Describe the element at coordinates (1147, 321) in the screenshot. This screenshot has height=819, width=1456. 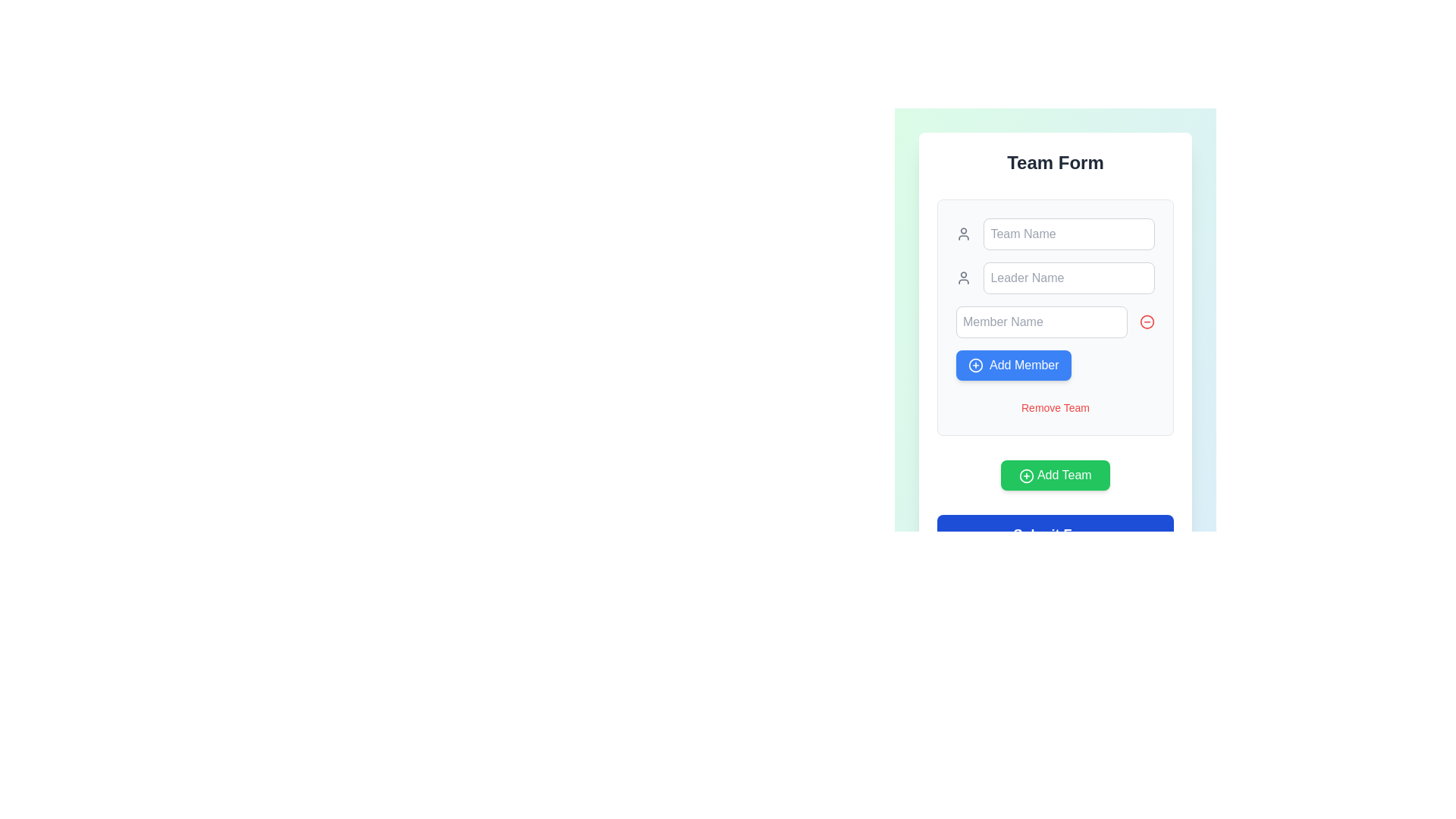
I see `the circular icon with a minus symbol, located to the right of the 'Member Name' input field in the form` at that location.